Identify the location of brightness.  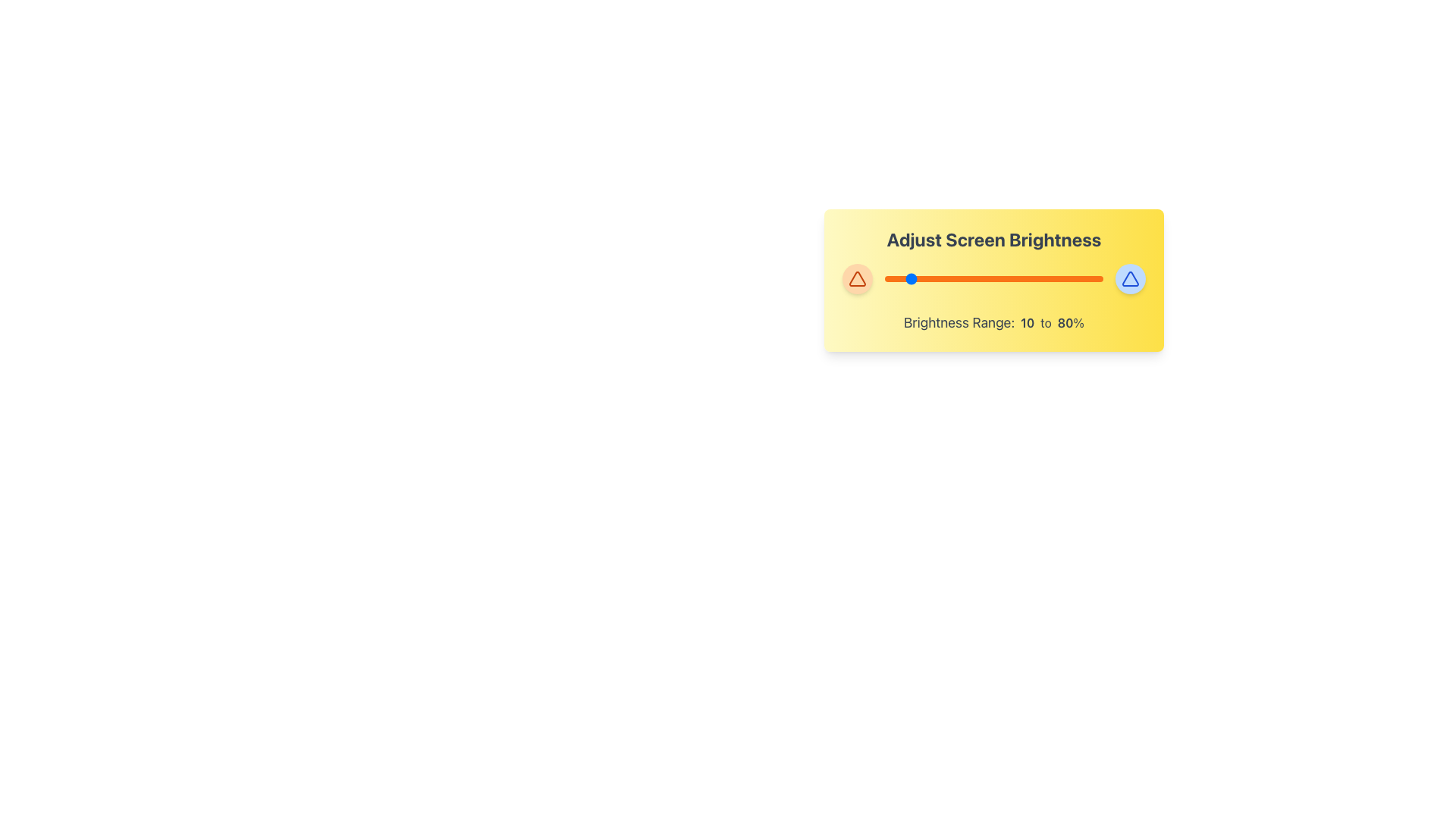
(900, 278).